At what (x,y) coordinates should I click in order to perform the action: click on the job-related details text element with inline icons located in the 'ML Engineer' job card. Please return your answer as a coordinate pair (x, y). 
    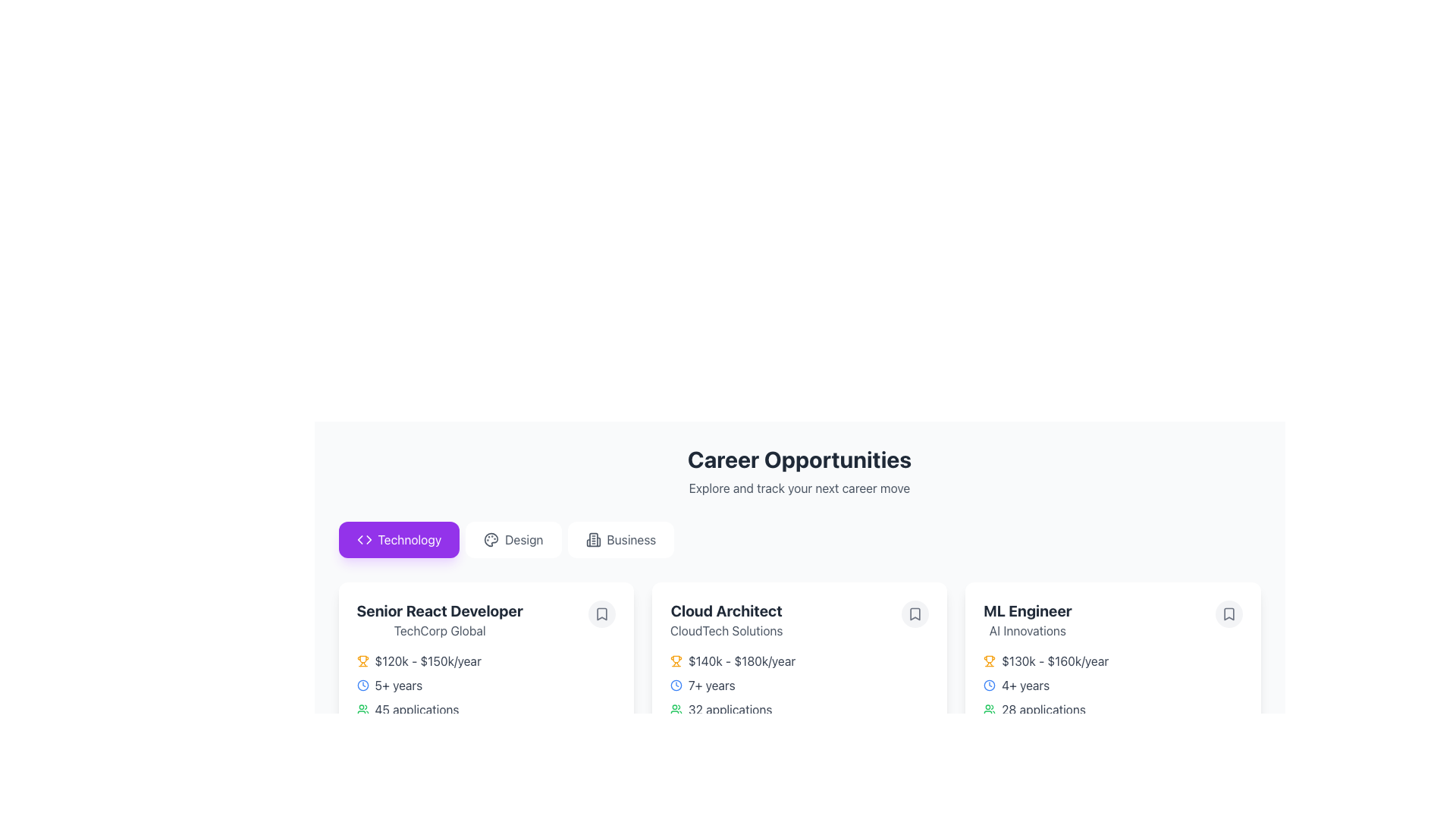
    Looking at the image, I should click on (1112, 685).